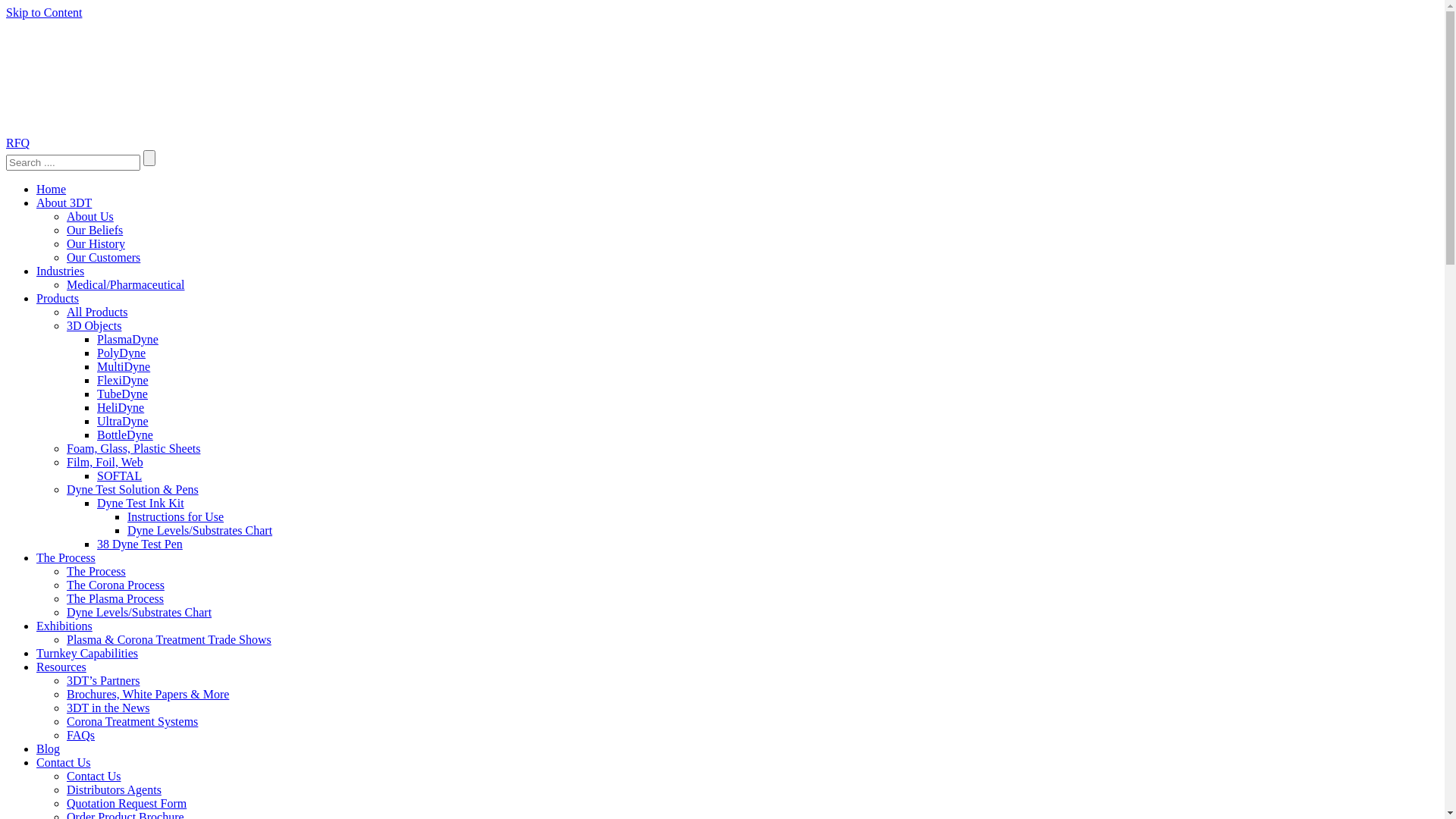  Describe the element at coordinates (133, 447) in the screenshot. I see `'Foam, Glass, Plastic Sheets'` at that location.